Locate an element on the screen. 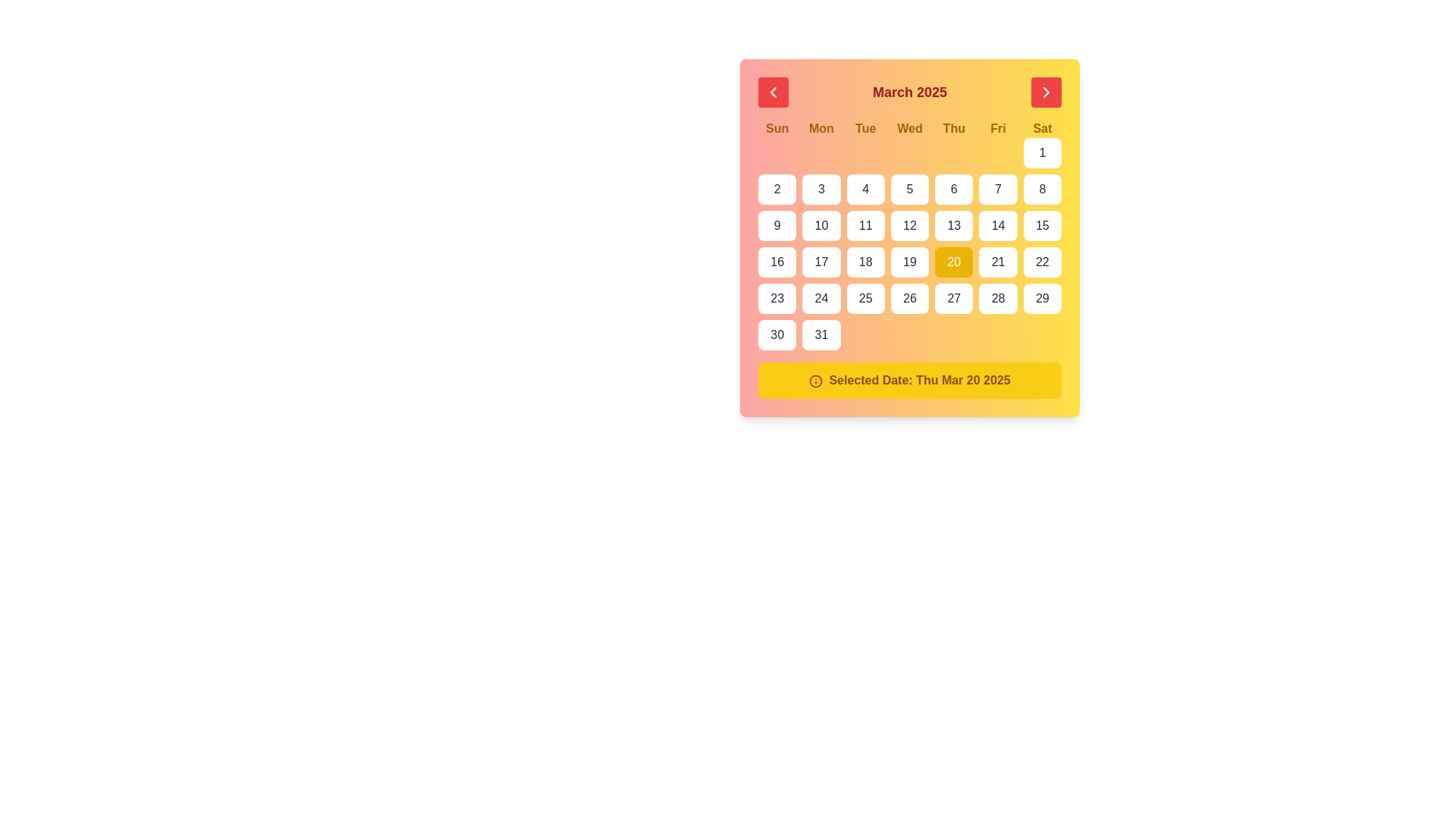 This screenshot has width=1456, height=819. the bold yellow text stating 'Selected Date: Thu Mar 20 2025' located in the highlighted section at the bottom of the calendar interface is located at coordinates (919, 379).